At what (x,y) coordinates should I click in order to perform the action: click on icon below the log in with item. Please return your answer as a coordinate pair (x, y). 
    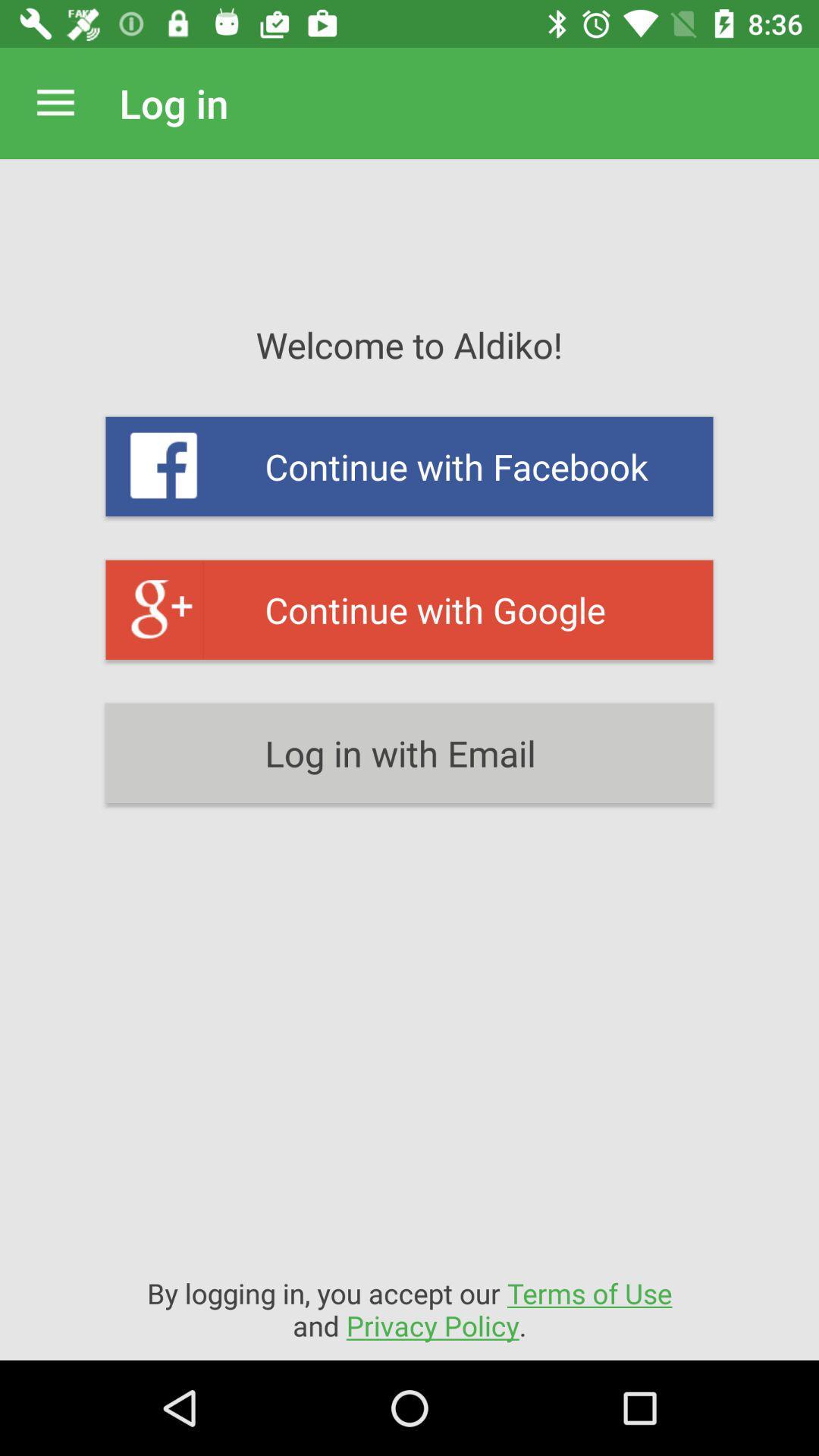
    Looking at the image, I should click on (409, 1308).